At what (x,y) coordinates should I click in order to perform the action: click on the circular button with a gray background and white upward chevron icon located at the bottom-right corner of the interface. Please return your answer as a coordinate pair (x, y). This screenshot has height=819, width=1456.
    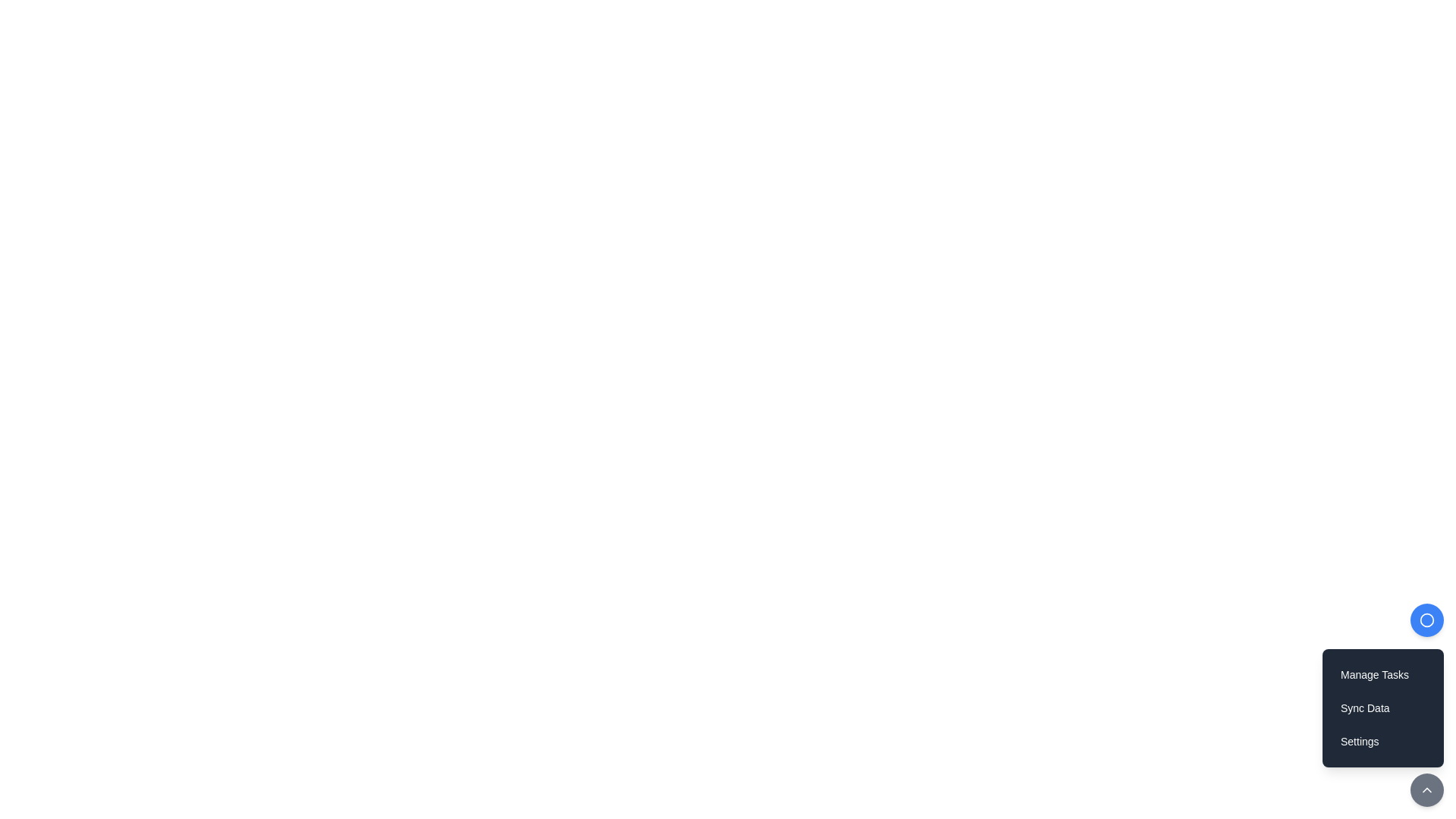
    Looking at the image, I should click on (1426, 789).